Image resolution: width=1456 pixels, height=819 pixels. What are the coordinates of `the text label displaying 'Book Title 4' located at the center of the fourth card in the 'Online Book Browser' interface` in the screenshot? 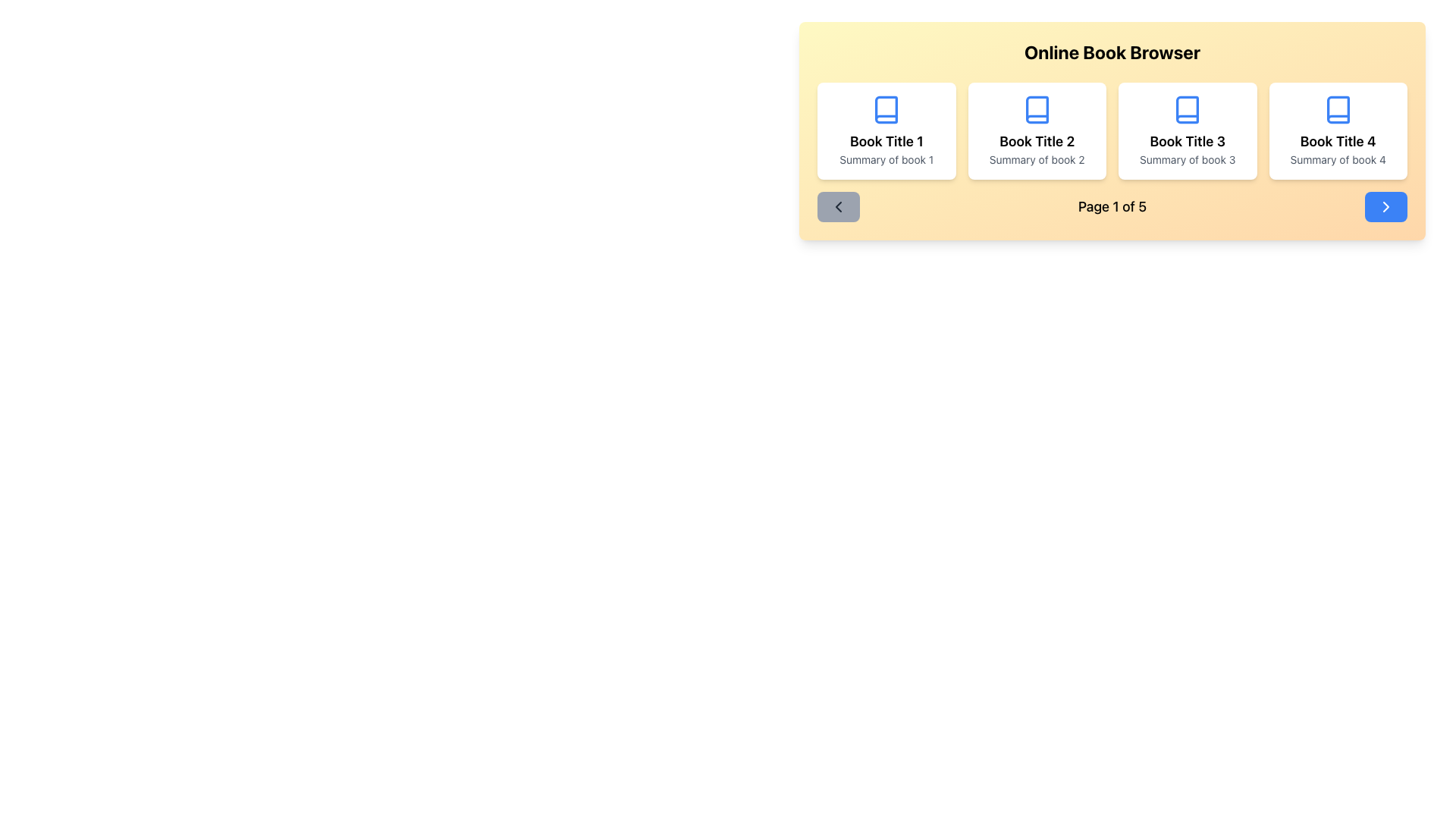 It's located at (1338, 141).